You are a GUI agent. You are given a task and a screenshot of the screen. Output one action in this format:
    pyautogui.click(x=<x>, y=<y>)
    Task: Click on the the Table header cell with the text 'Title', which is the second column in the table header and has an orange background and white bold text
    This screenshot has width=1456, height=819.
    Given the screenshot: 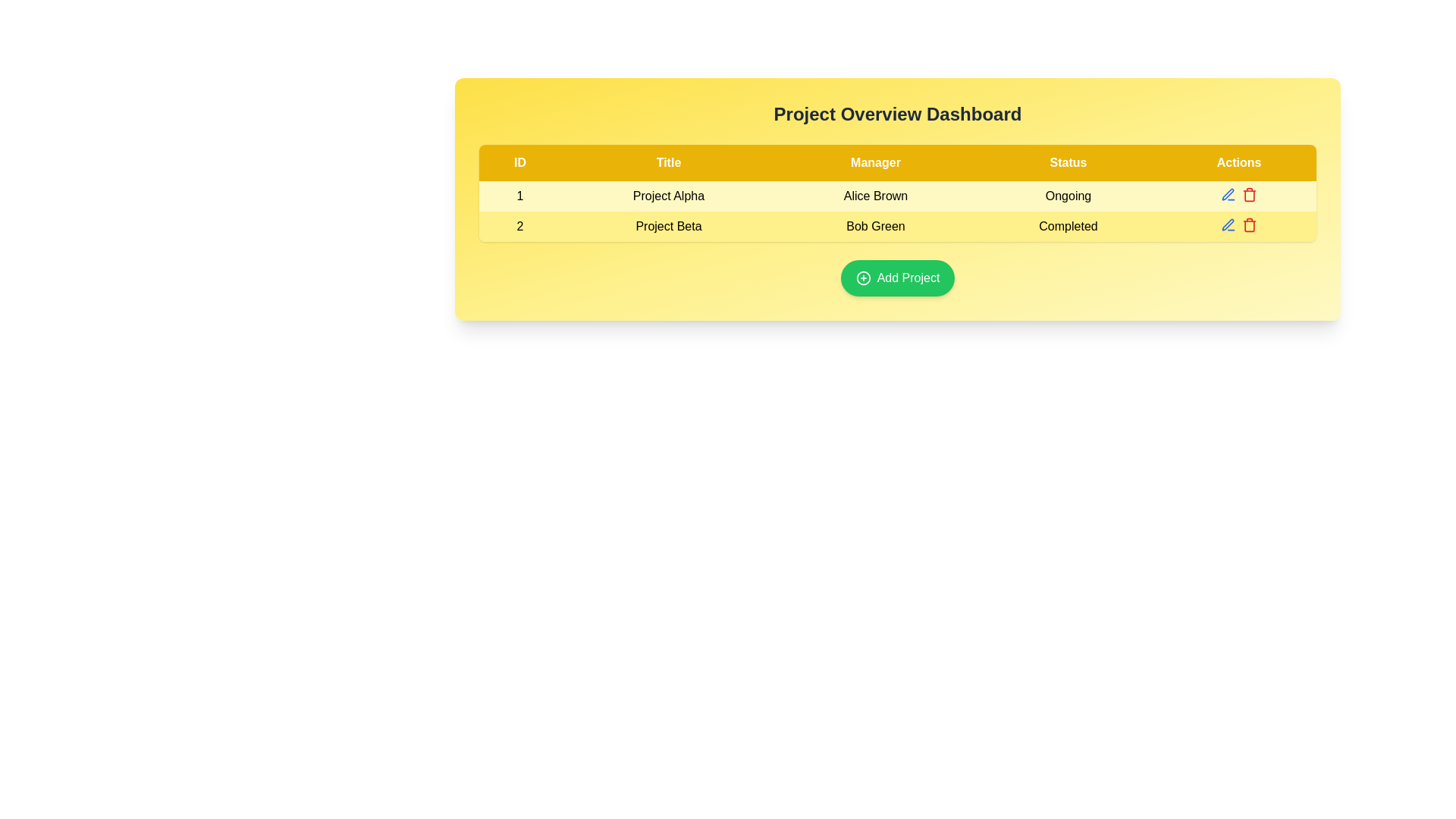 What is the action you would take?
    pyautogui.click(x=668, y=163)
    